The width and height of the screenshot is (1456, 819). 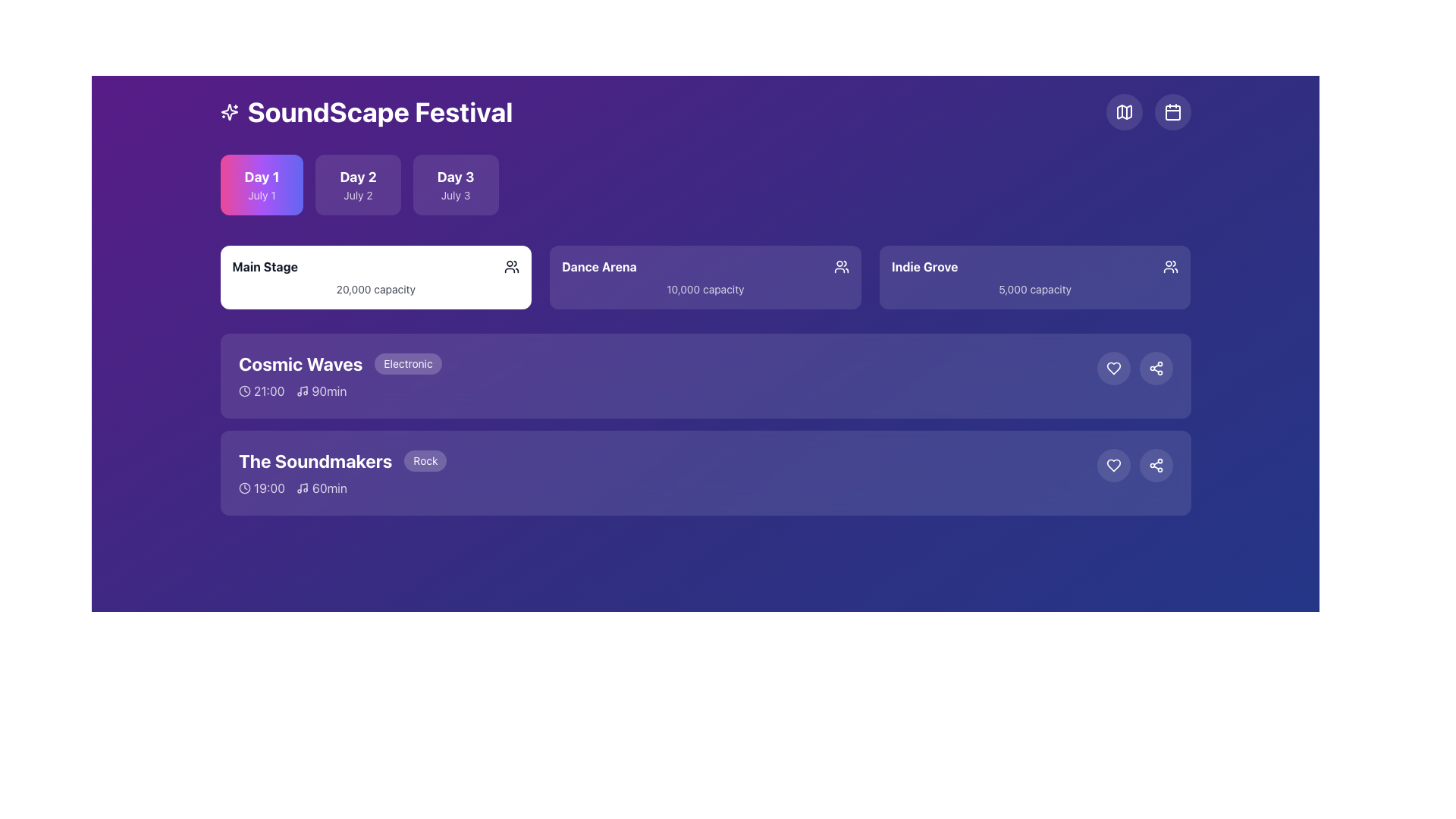 I want to click on the share icon, represented by three dots connected by two lines in a triangular structure, located at the bottom right of the 'Cosmic Waves' event card, so click(x=1155, y=464).